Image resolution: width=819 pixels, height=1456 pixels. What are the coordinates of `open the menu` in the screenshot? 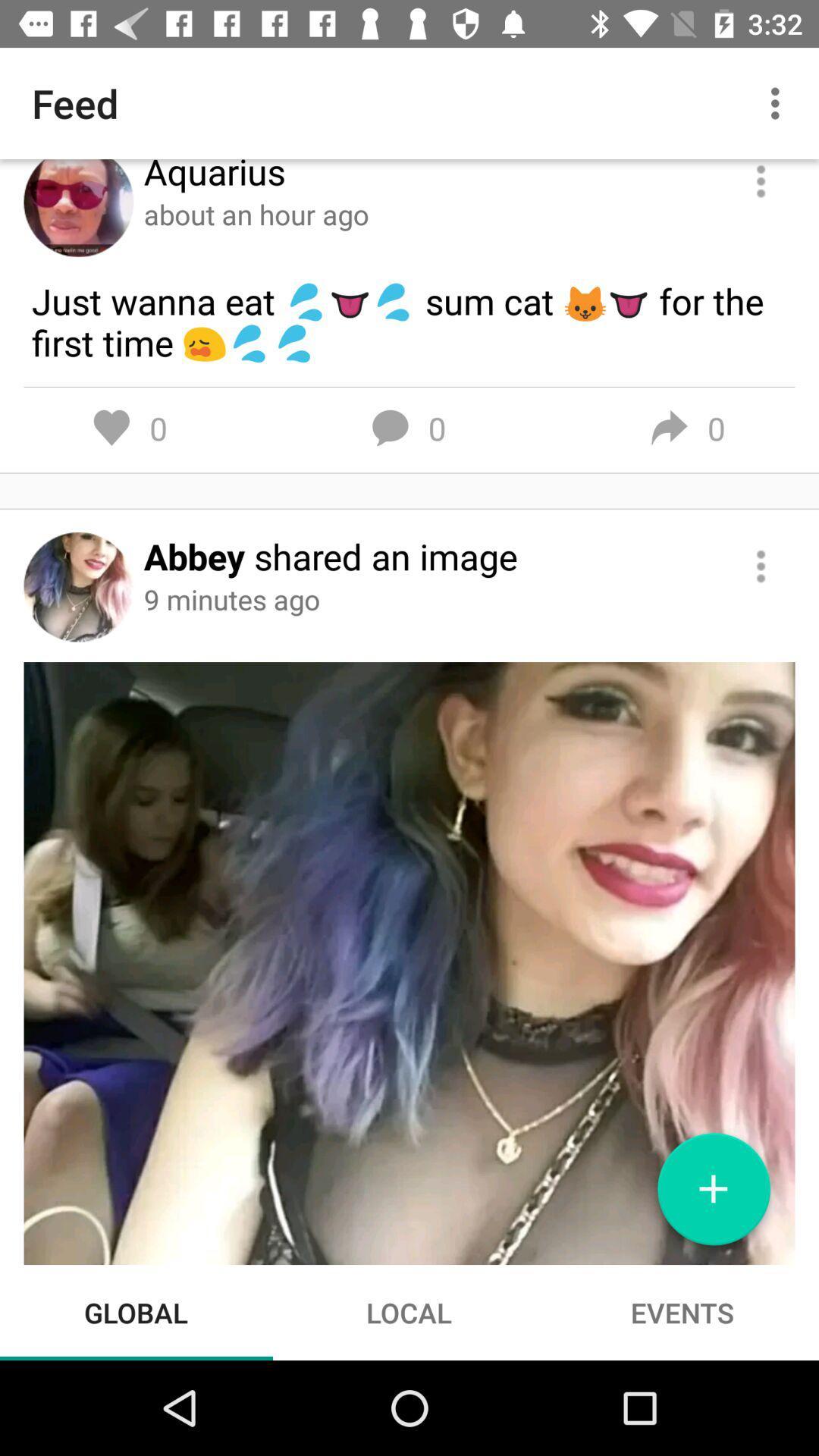 It's located at (761, 182).